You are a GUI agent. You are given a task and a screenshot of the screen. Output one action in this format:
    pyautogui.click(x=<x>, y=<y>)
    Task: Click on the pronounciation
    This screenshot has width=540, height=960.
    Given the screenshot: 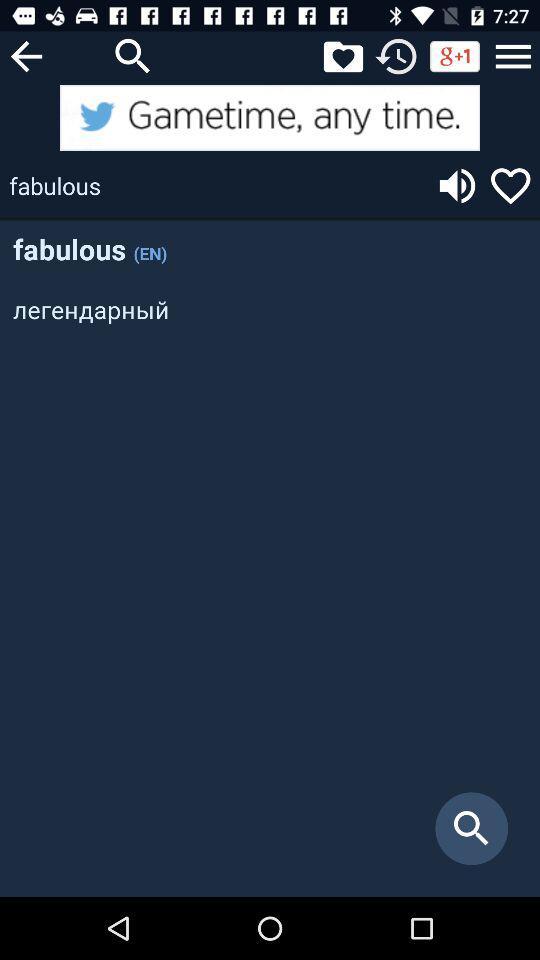 What is the action you would take?
    pyautogui.click(x=457, y=185)
    